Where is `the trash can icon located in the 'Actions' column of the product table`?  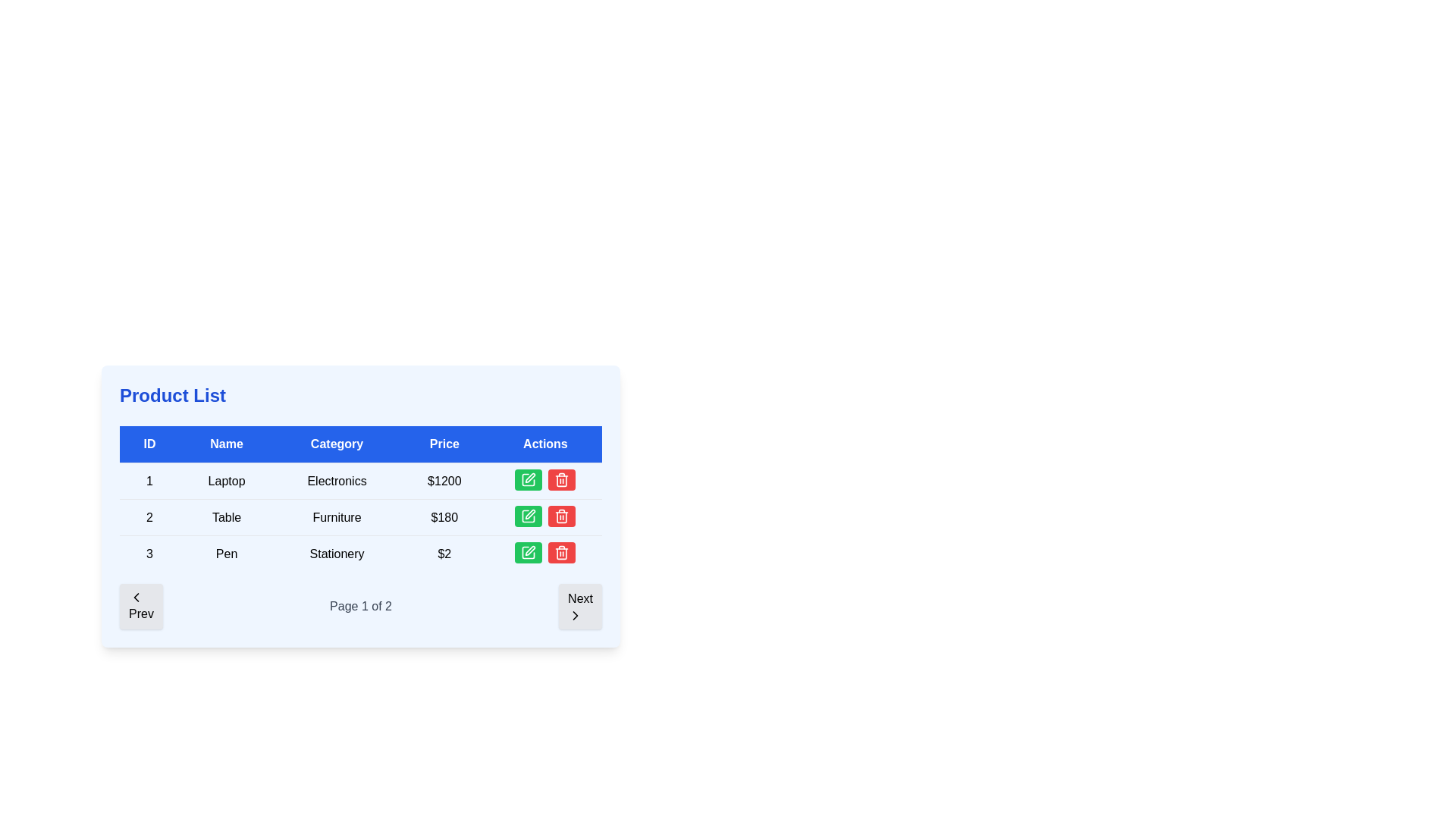
the trash can icon located in the 'Actions' column of the product table is located at coordinates (561, 516).